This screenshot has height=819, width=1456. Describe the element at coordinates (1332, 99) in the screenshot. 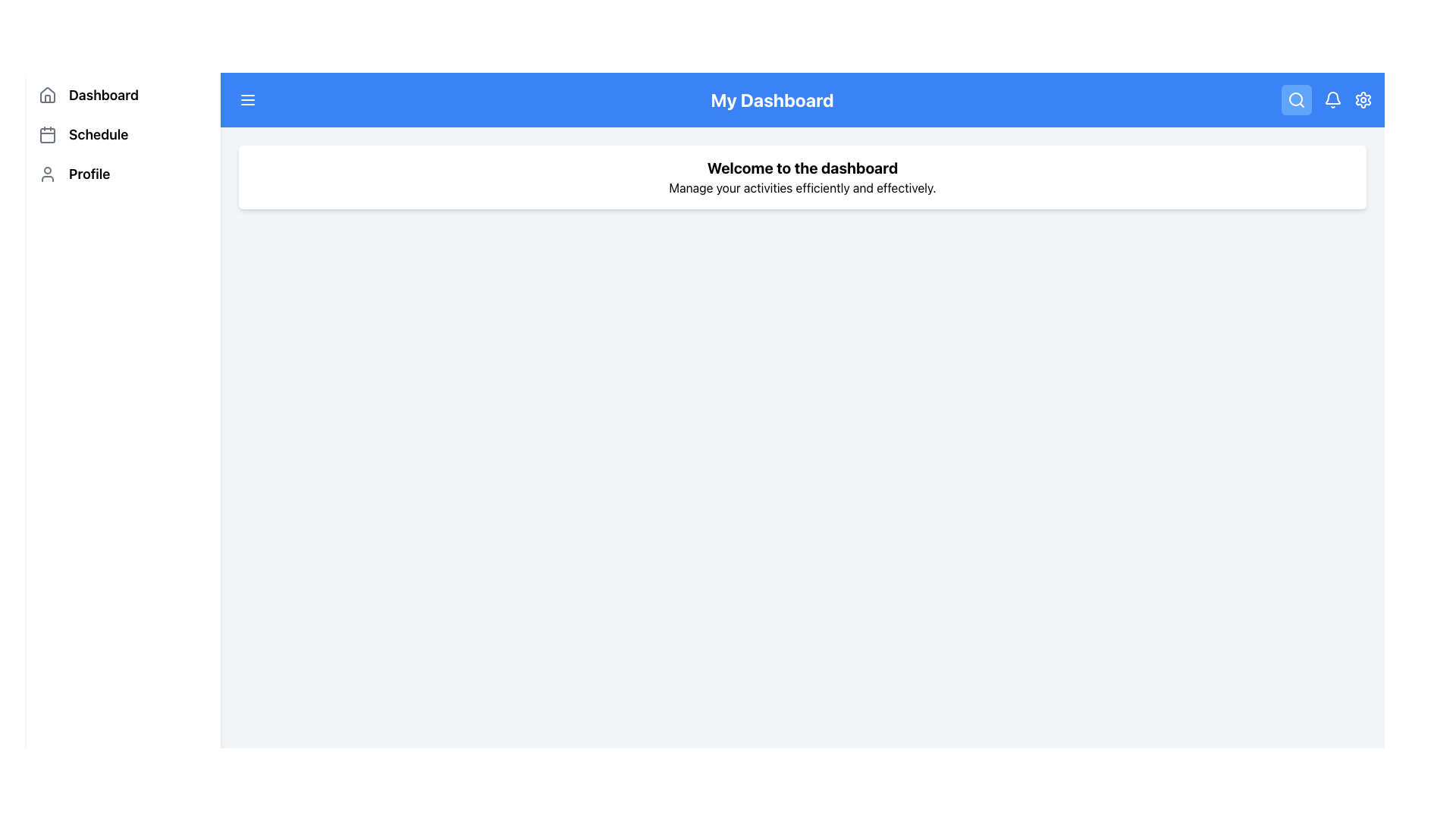

I see `the notification bell icon located at the top-right of the main app bar` at that location.